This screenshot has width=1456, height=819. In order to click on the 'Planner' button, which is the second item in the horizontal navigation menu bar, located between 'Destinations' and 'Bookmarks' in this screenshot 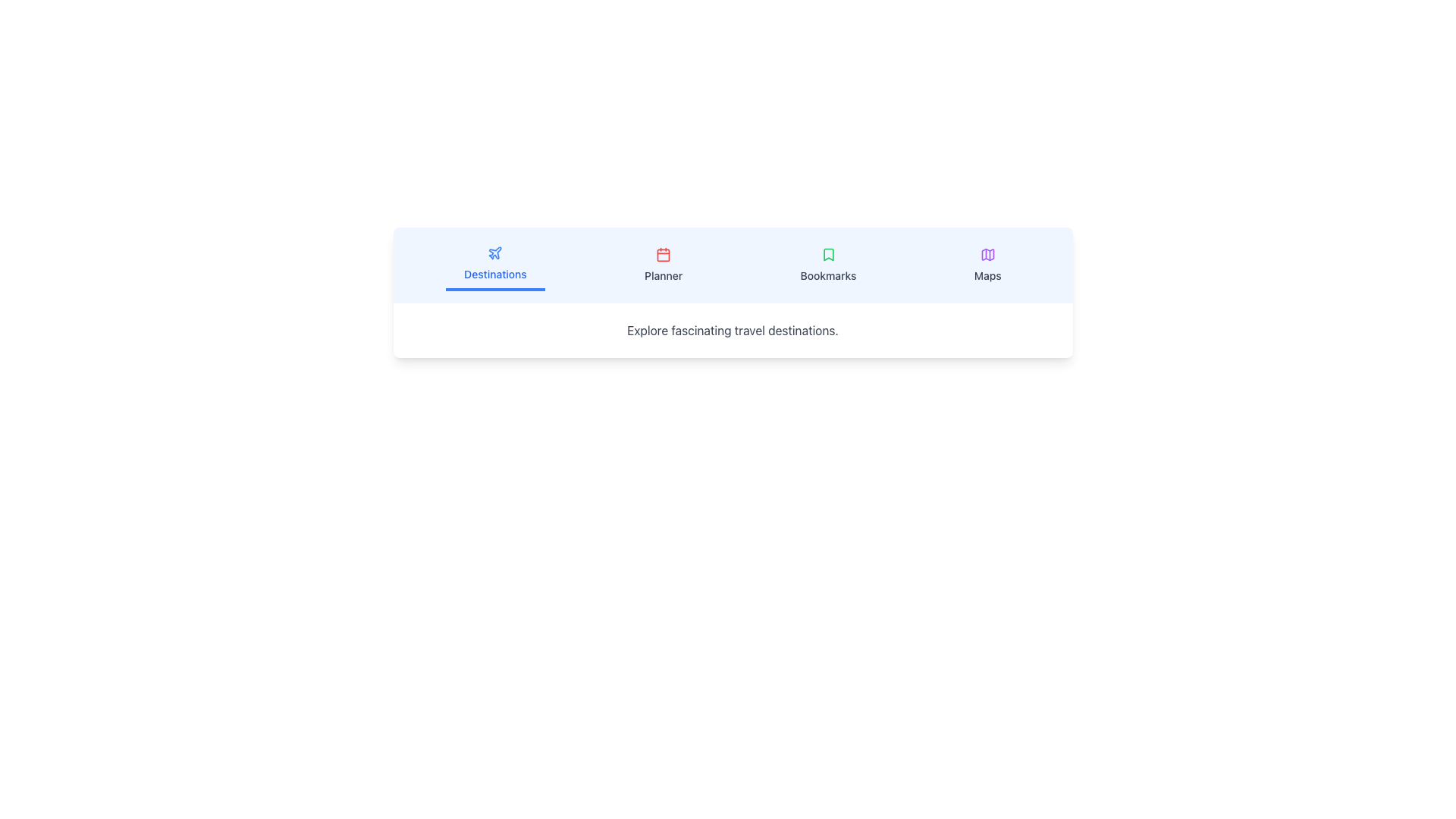, I will do `click(664, 265)`.